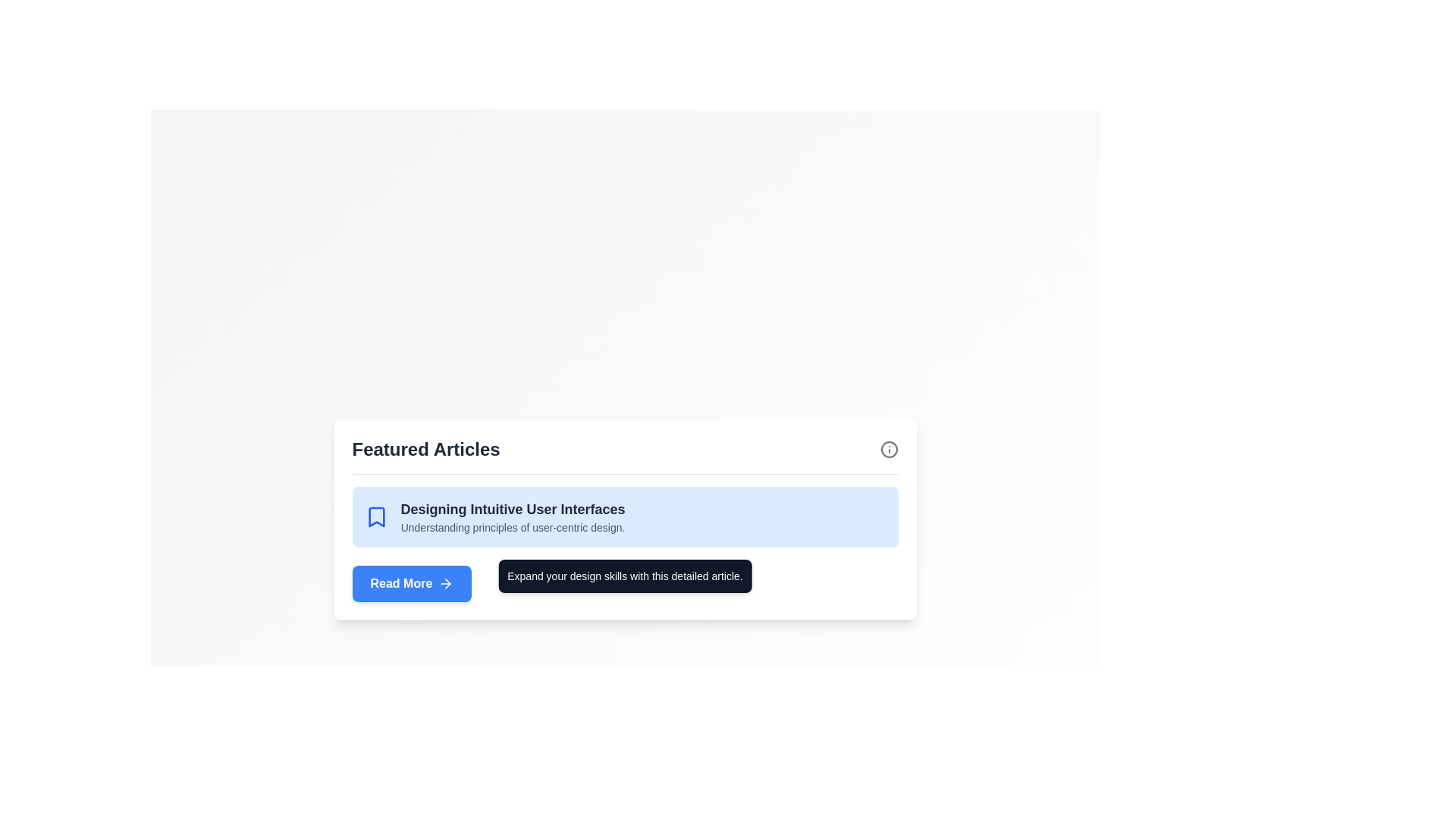  I want to click on the blue bookmark icon located at the leftmost part of the article card titled 'Designing Intuitive User Interfaces' to display descriptive tooltips, so click(376, 516).